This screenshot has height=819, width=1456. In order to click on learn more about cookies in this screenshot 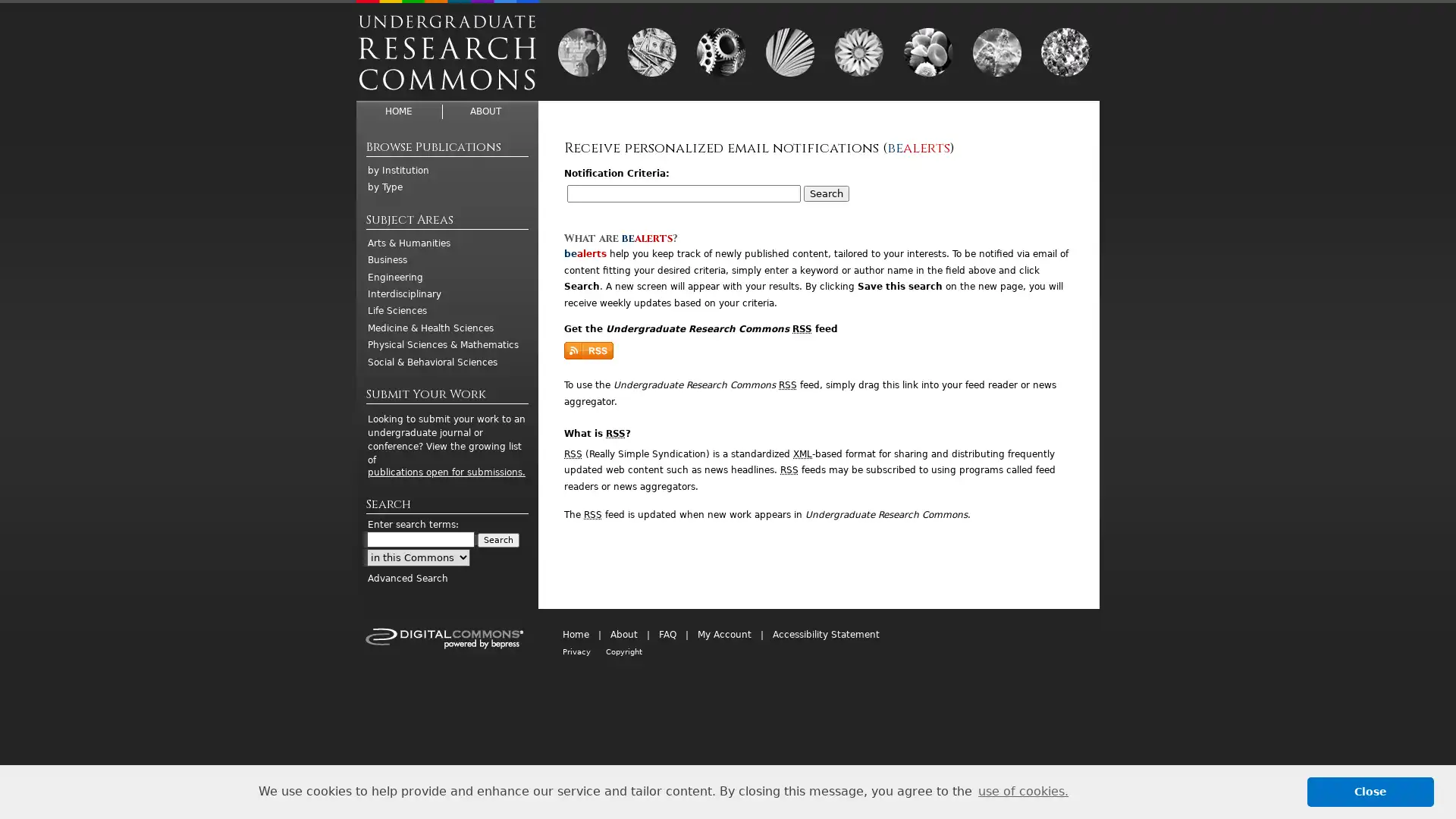, I will do `click(1022, 791)`.